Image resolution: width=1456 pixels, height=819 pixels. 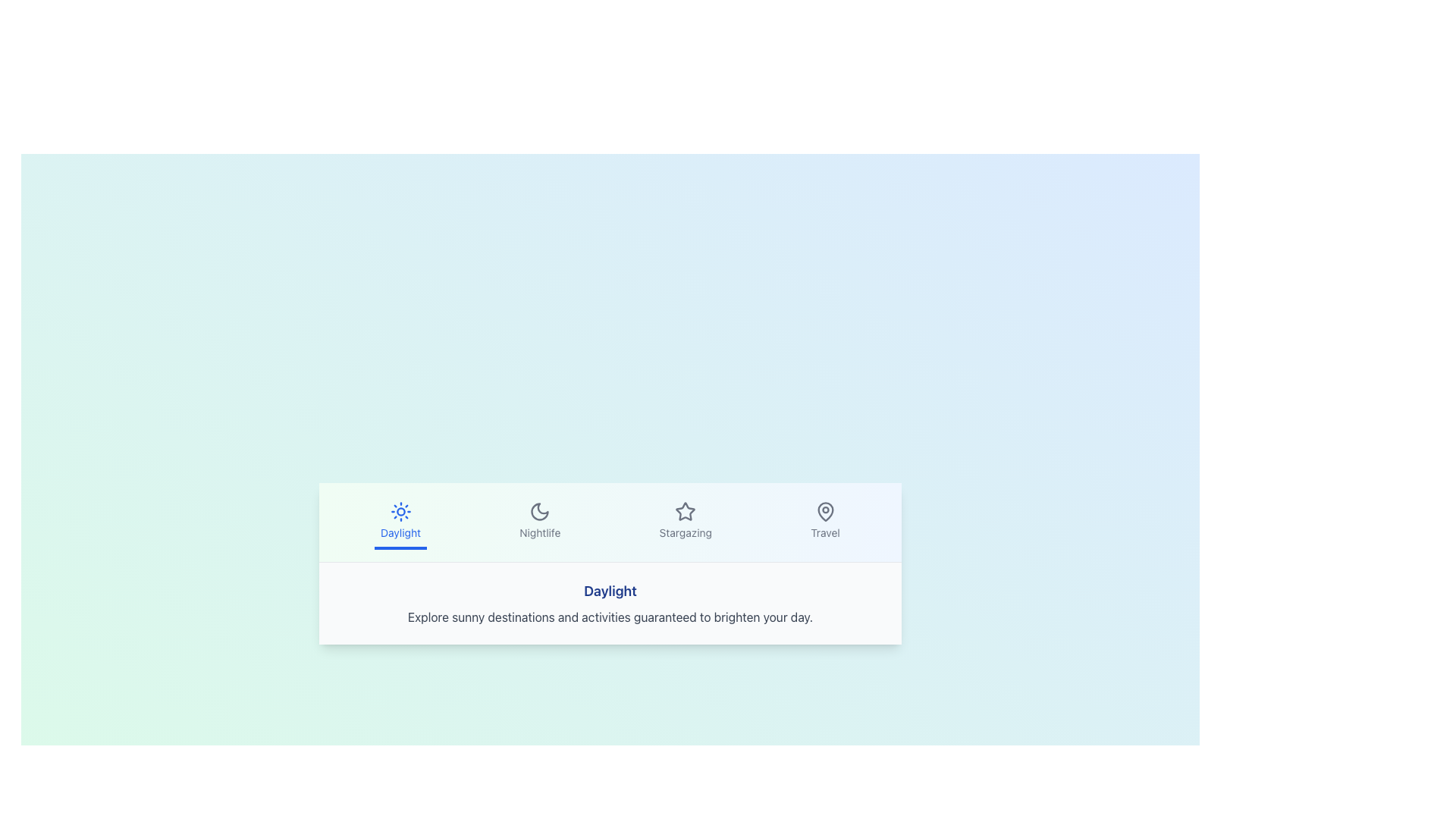 I want to click on description provided for the 'Daylight' tab in the panel with tabbed navigation and descriptive information area, which is a rounded rectangular element with a white background and a light gradient at the top, so click(x=610, y=563).